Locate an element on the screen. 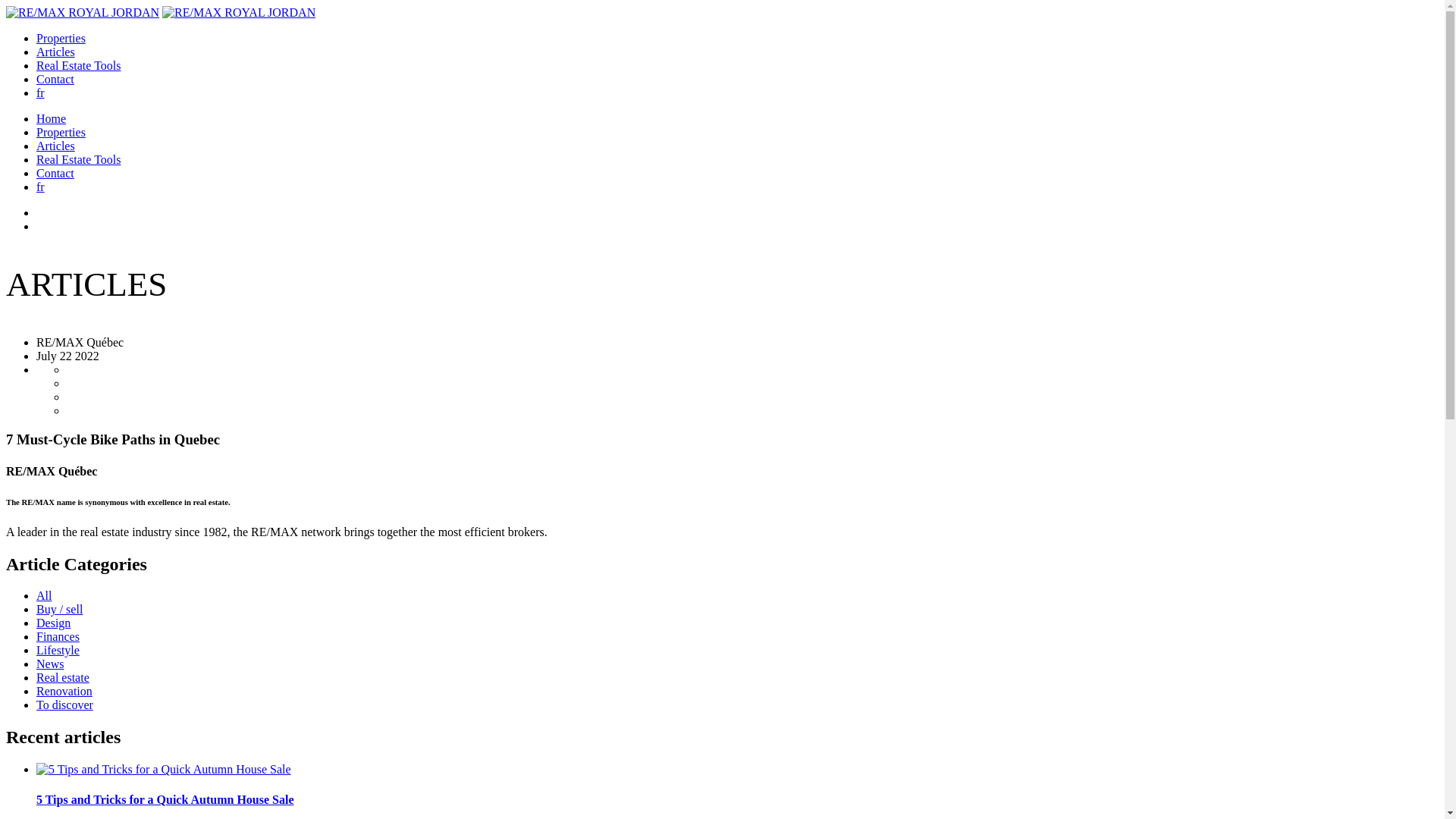 The width and height of the screenshot is (1456, 819). 'Contact' is located at coordinates (55, 79).